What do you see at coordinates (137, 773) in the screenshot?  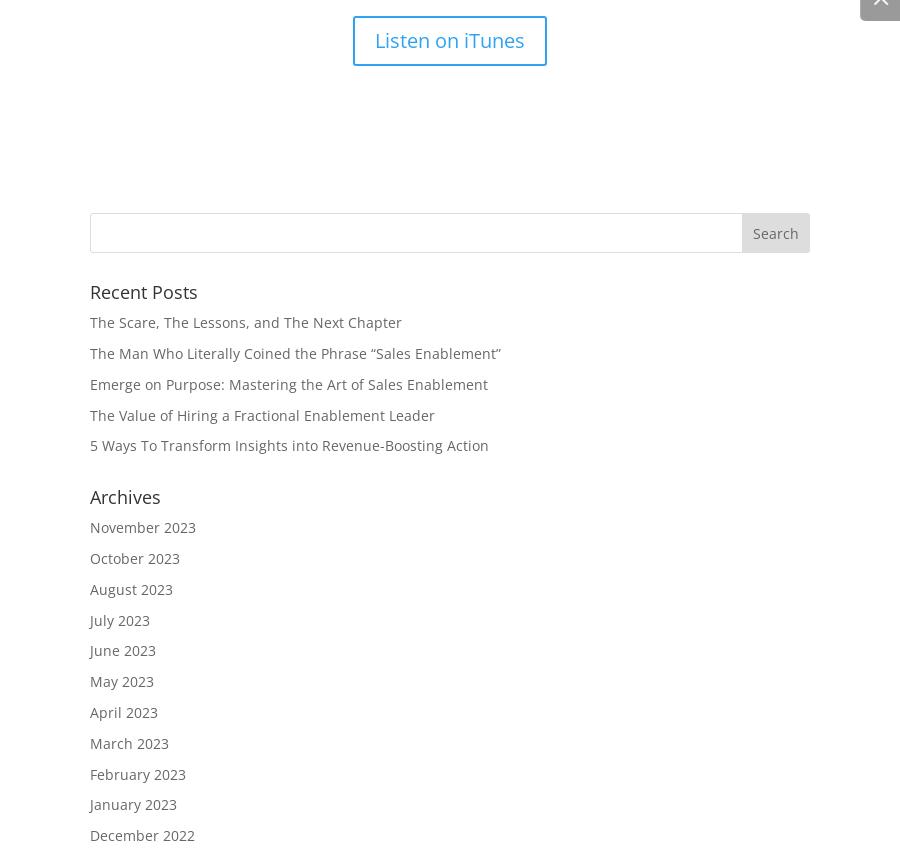 I see `'February 2023'` at bounding box center [137, 773].